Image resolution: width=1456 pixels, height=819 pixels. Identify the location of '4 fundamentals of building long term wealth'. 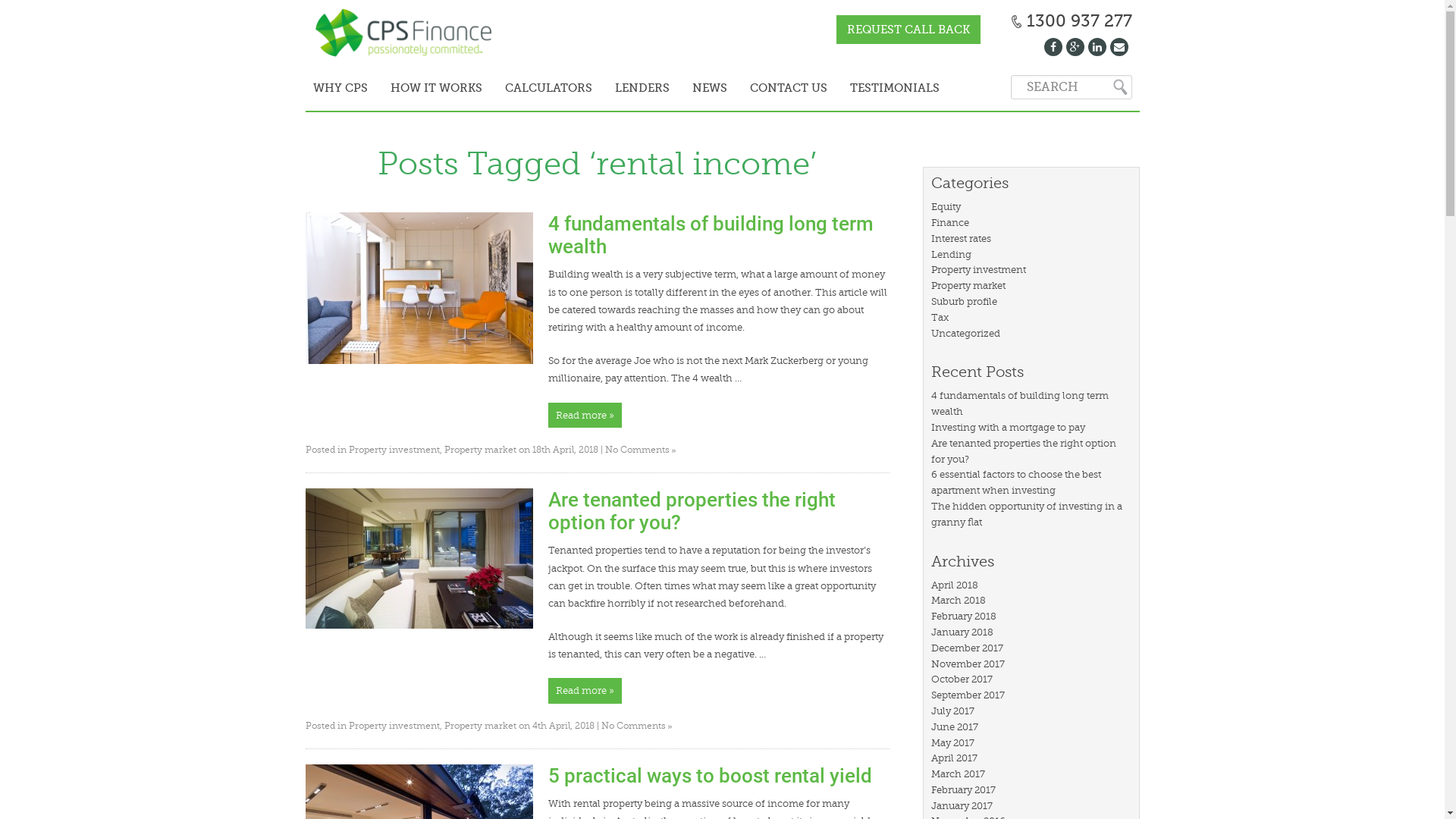
(1019, 403).